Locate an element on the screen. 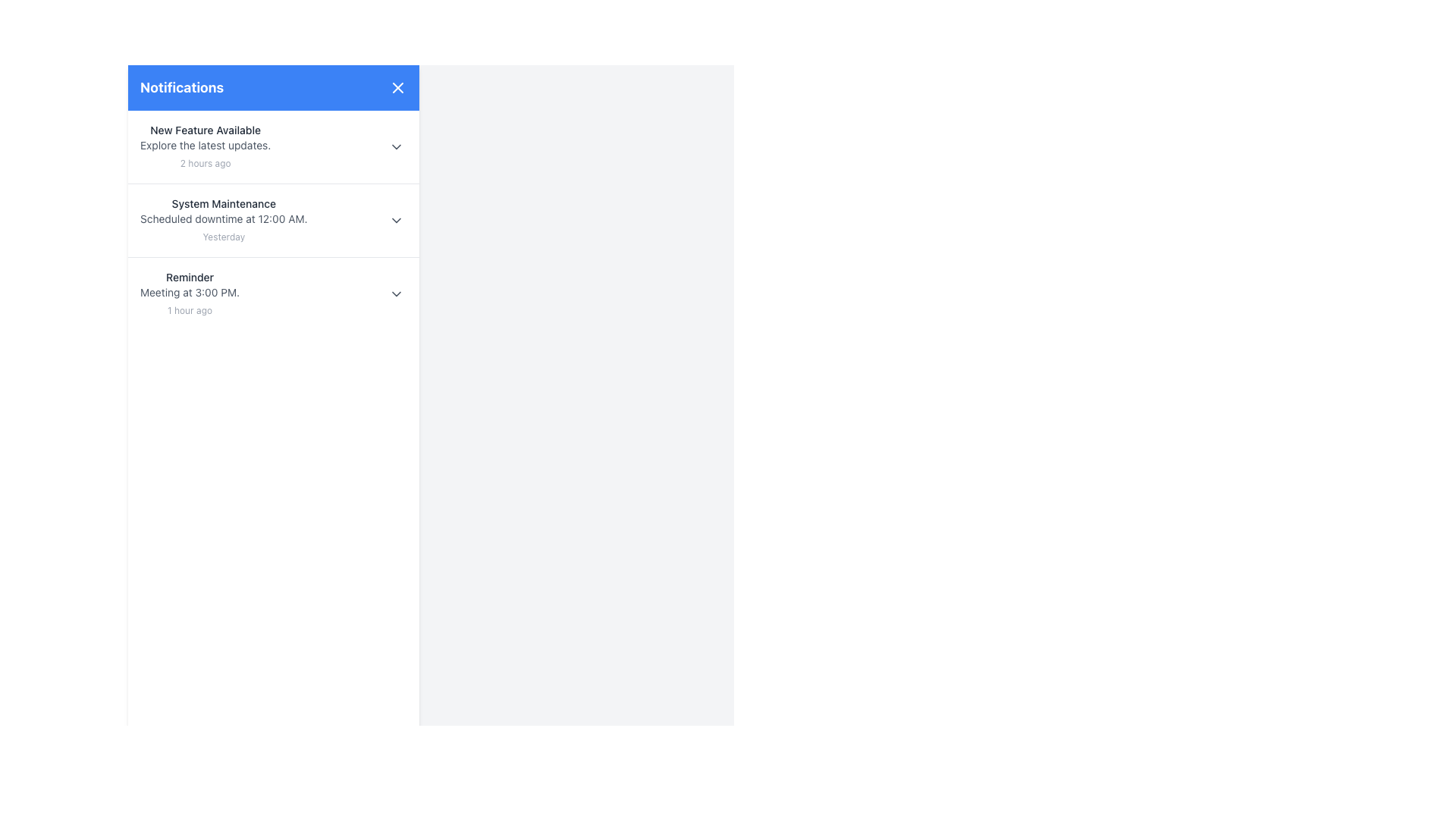  the text label displaying '1 hour ago' located under the 'Reminder' notification is located at coordinates (189, 309).